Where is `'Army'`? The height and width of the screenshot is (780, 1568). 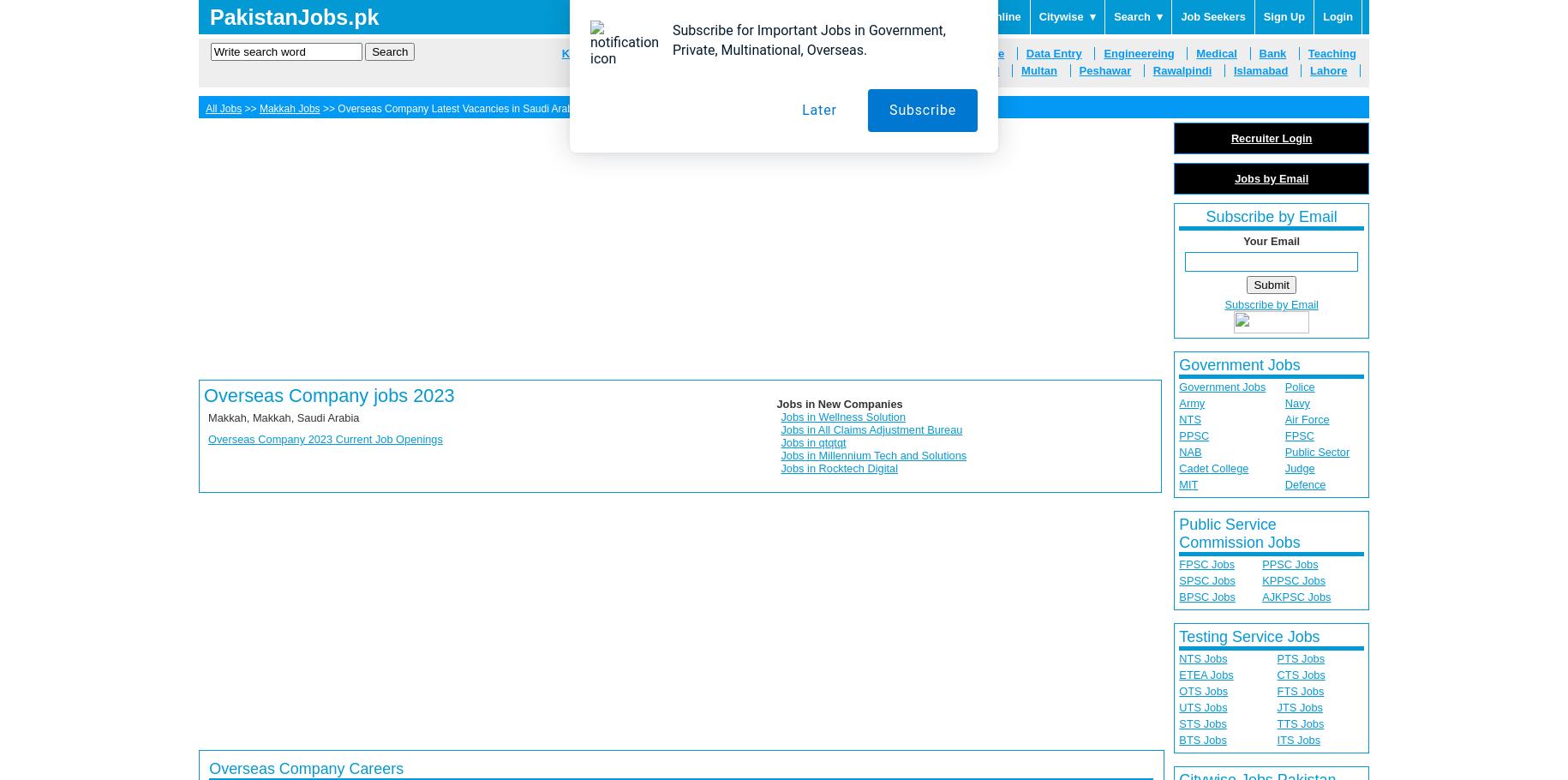 'Army' is located at coordinates (1191, 402).